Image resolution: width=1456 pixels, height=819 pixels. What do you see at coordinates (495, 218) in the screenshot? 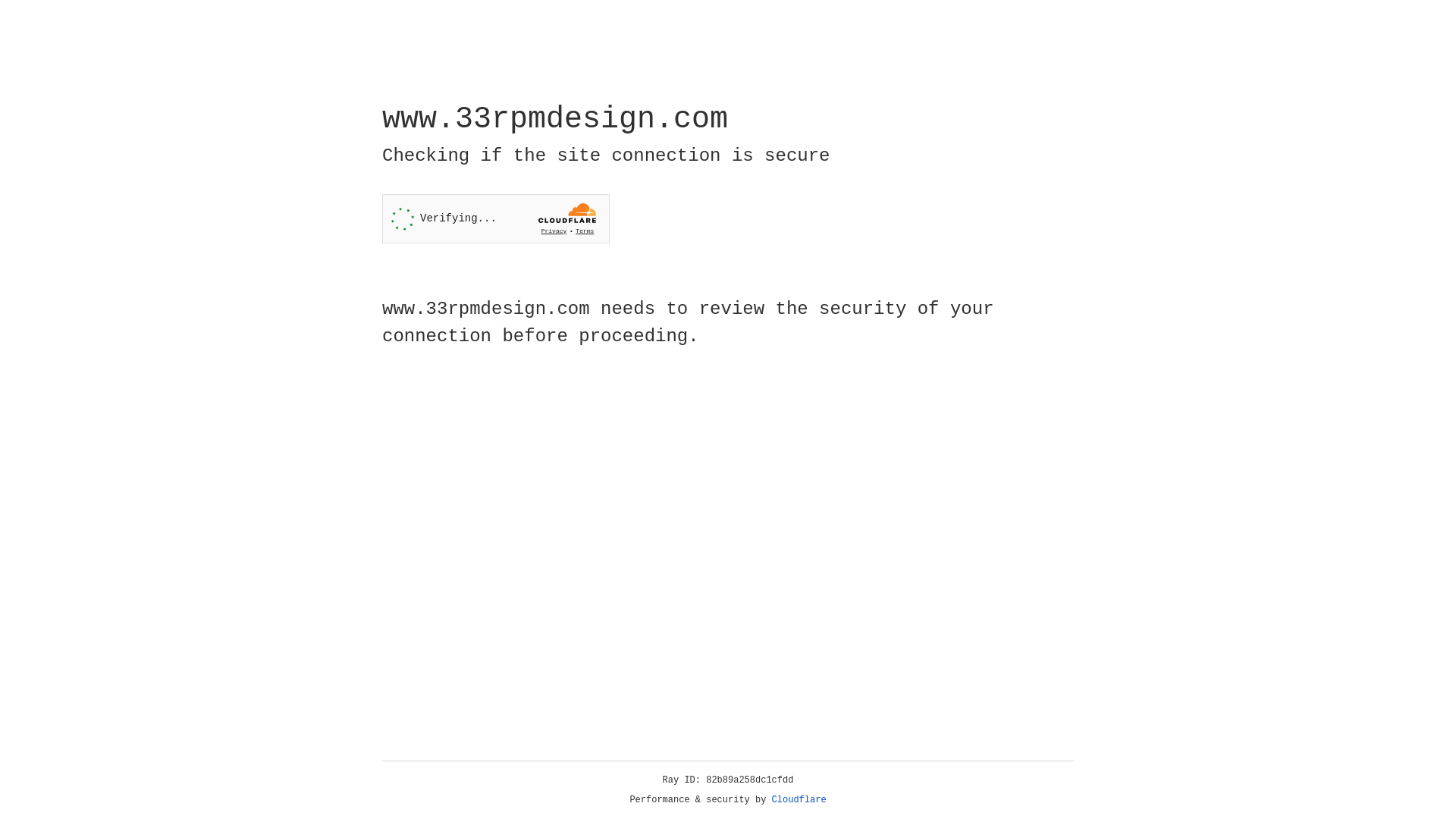
I see `'Widget containing a Cloudflare security challenge'` at bounding box center [495, 218].